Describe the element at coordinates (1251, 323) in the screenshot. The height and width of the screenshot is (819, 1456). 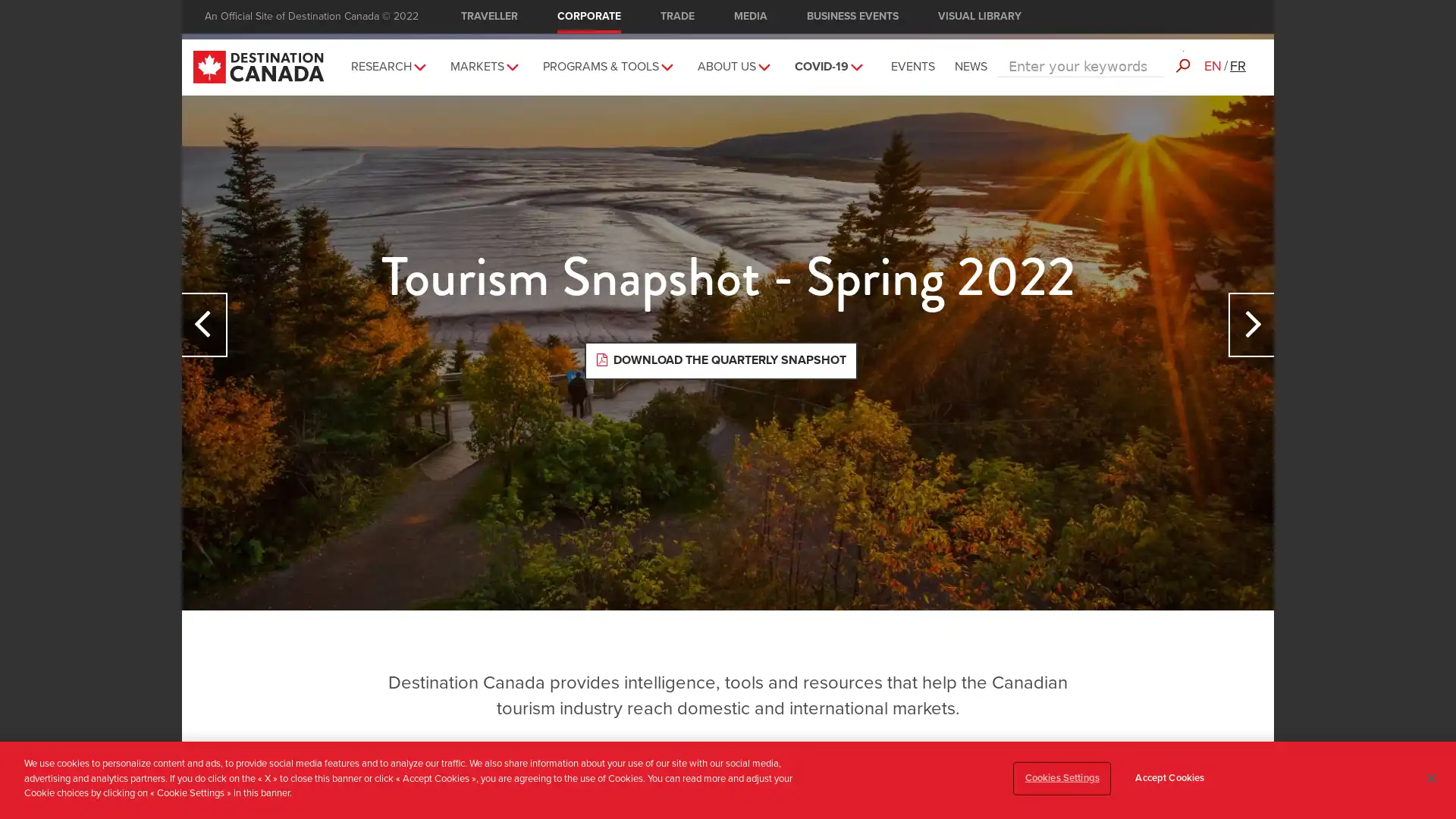
I see `next` at that location.